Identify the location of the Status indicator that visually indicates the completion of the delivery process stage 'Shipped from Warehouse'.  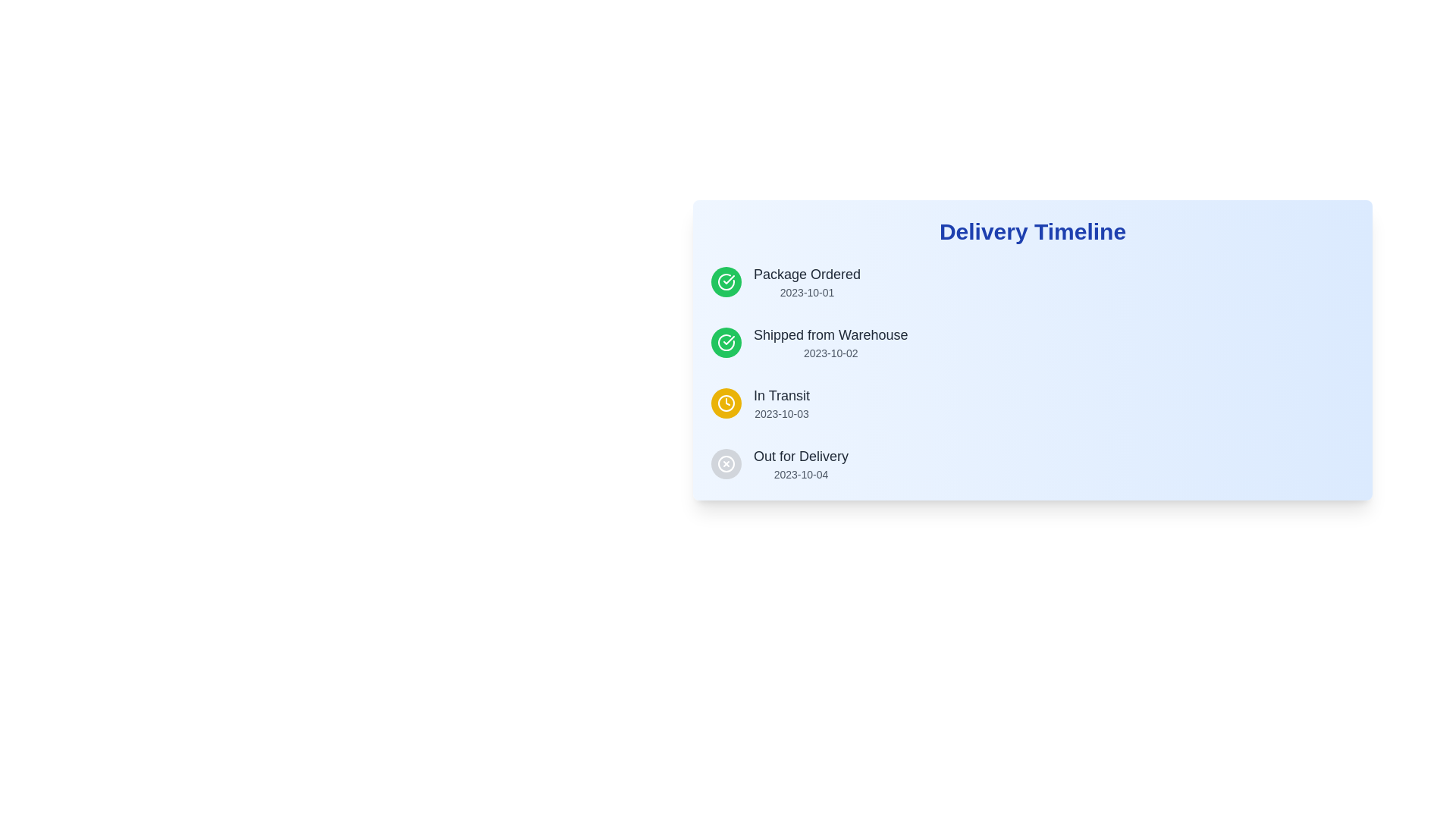
(726, 342).